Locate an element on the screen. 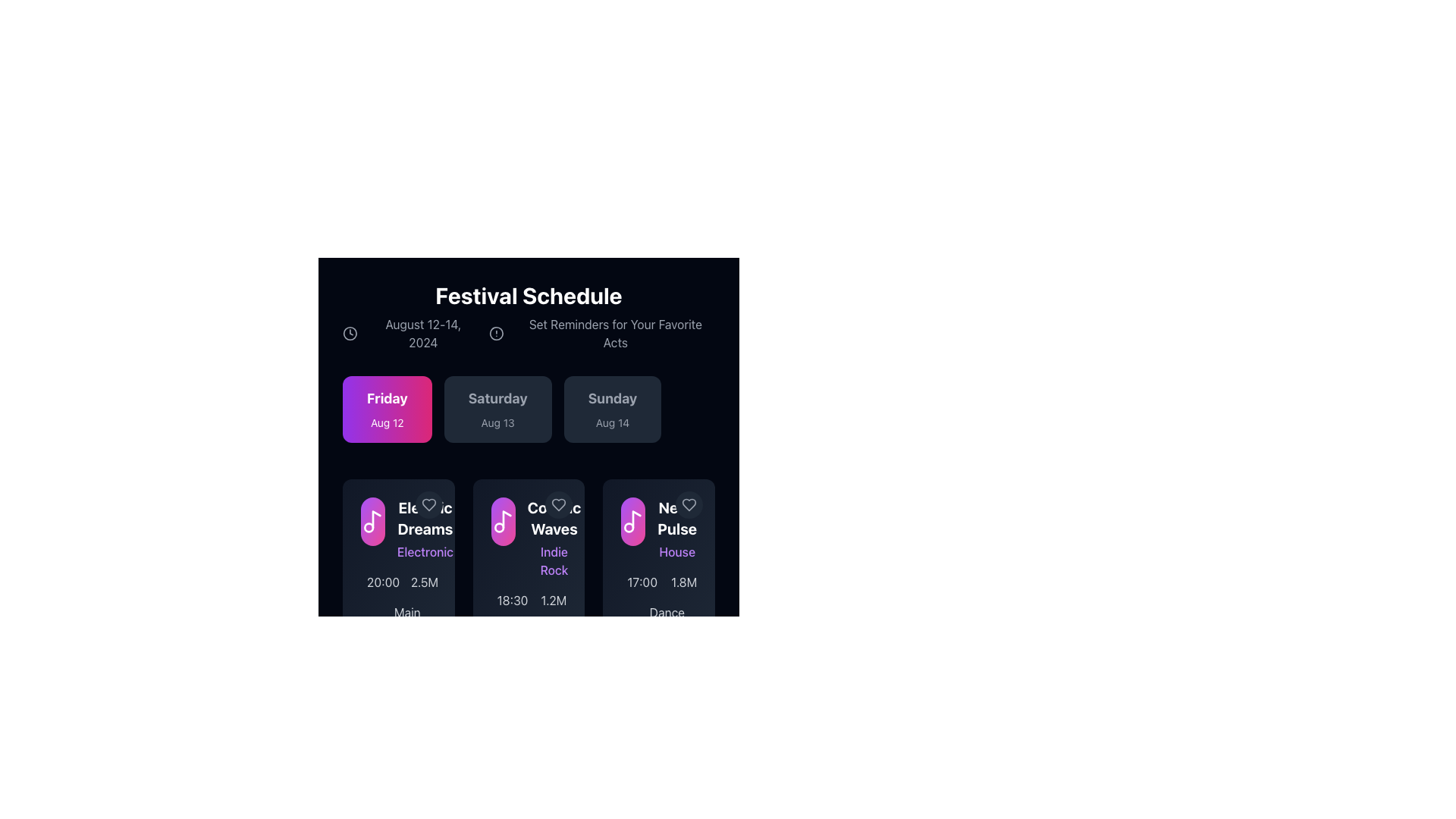  time displayed in the text label showing '17:00', which is located in the lower section of the 'Next Pulse' event card, aligned with other time labels is located at coordinates (642, 581).